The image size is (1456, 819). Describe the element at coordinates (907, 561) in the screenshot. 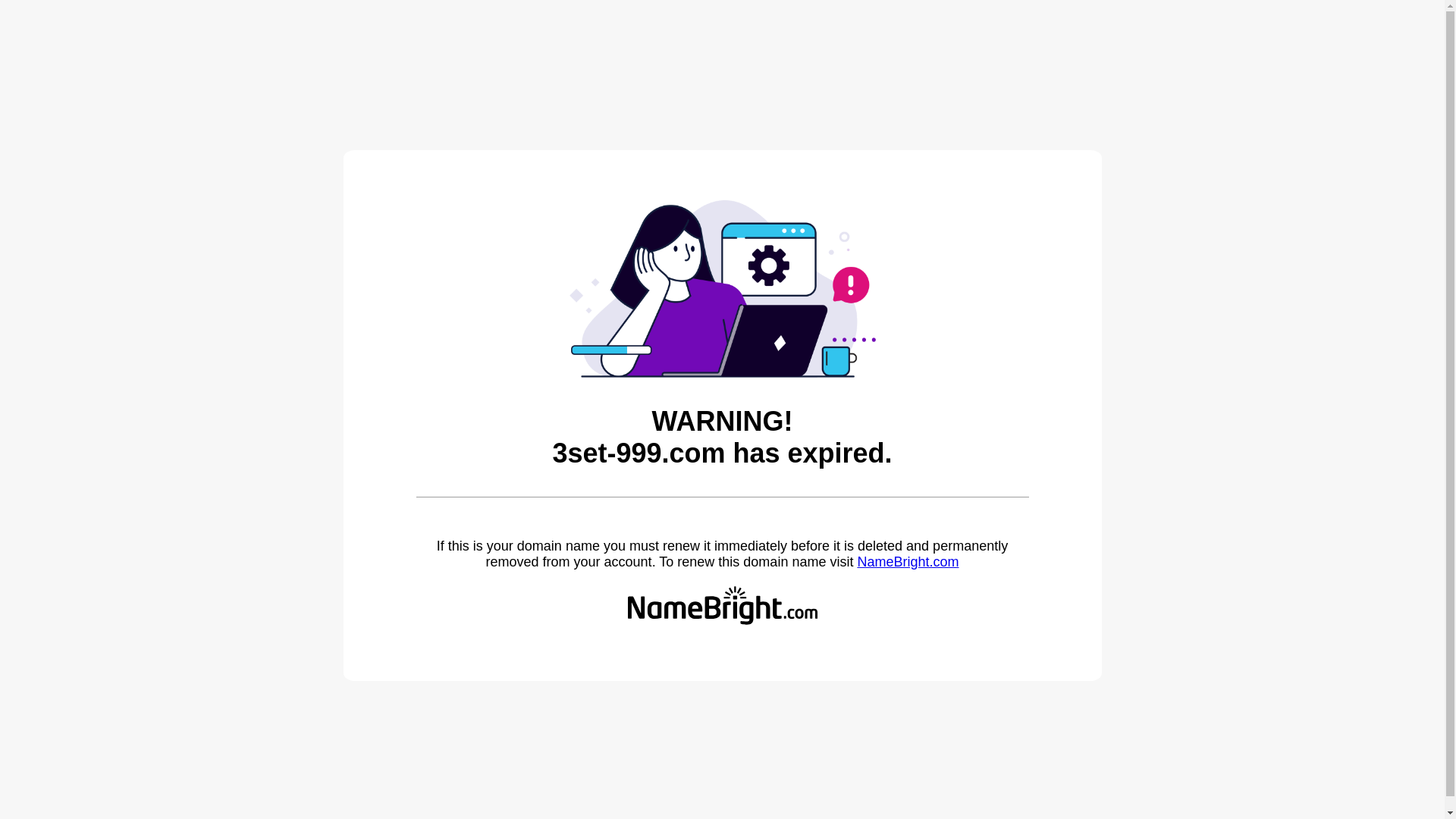

I see `'NameBright.com'` at that location.